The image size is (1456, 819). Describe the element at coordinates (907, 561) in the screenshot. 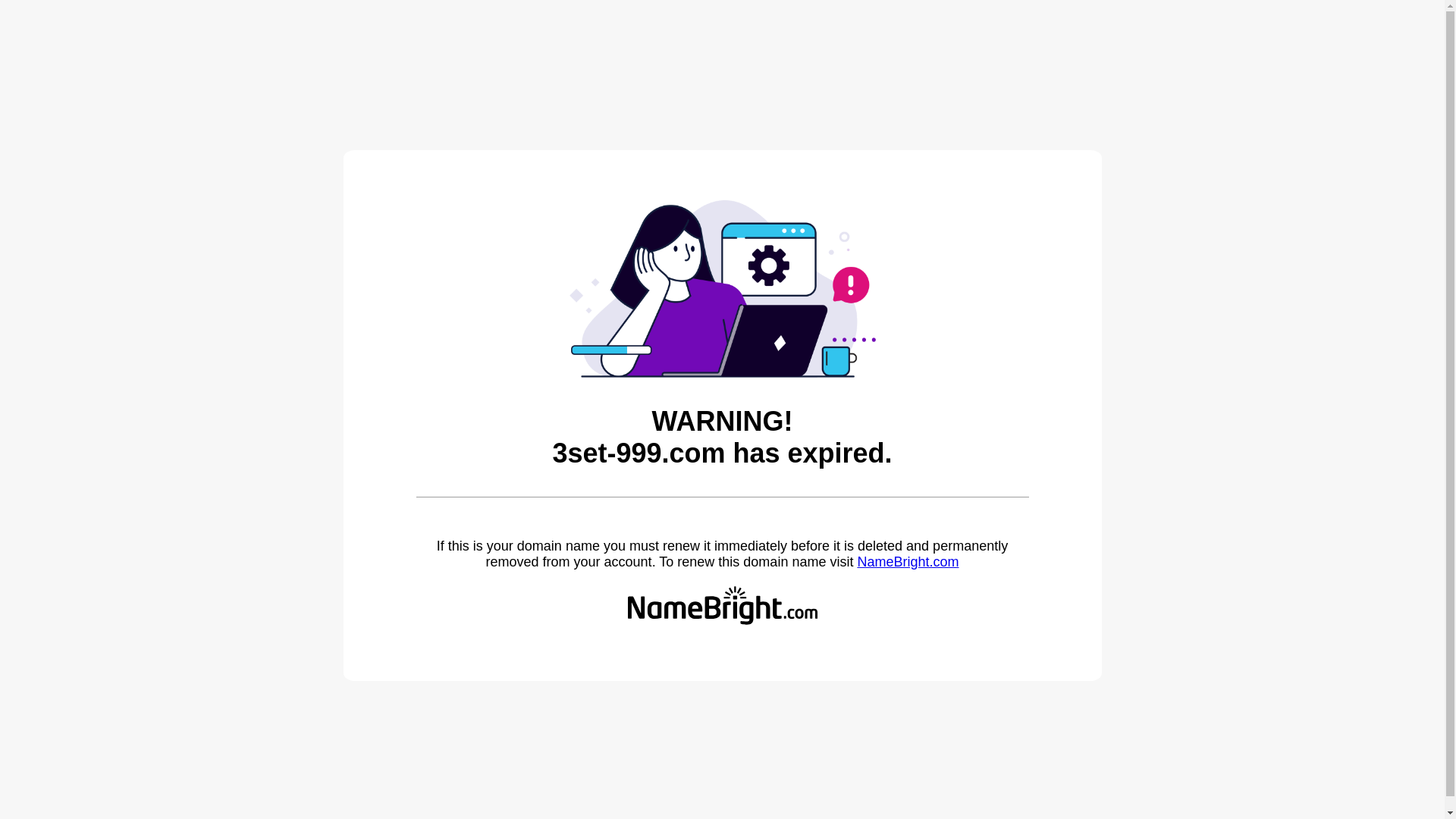

I see `'NameBright.com'` at that location.